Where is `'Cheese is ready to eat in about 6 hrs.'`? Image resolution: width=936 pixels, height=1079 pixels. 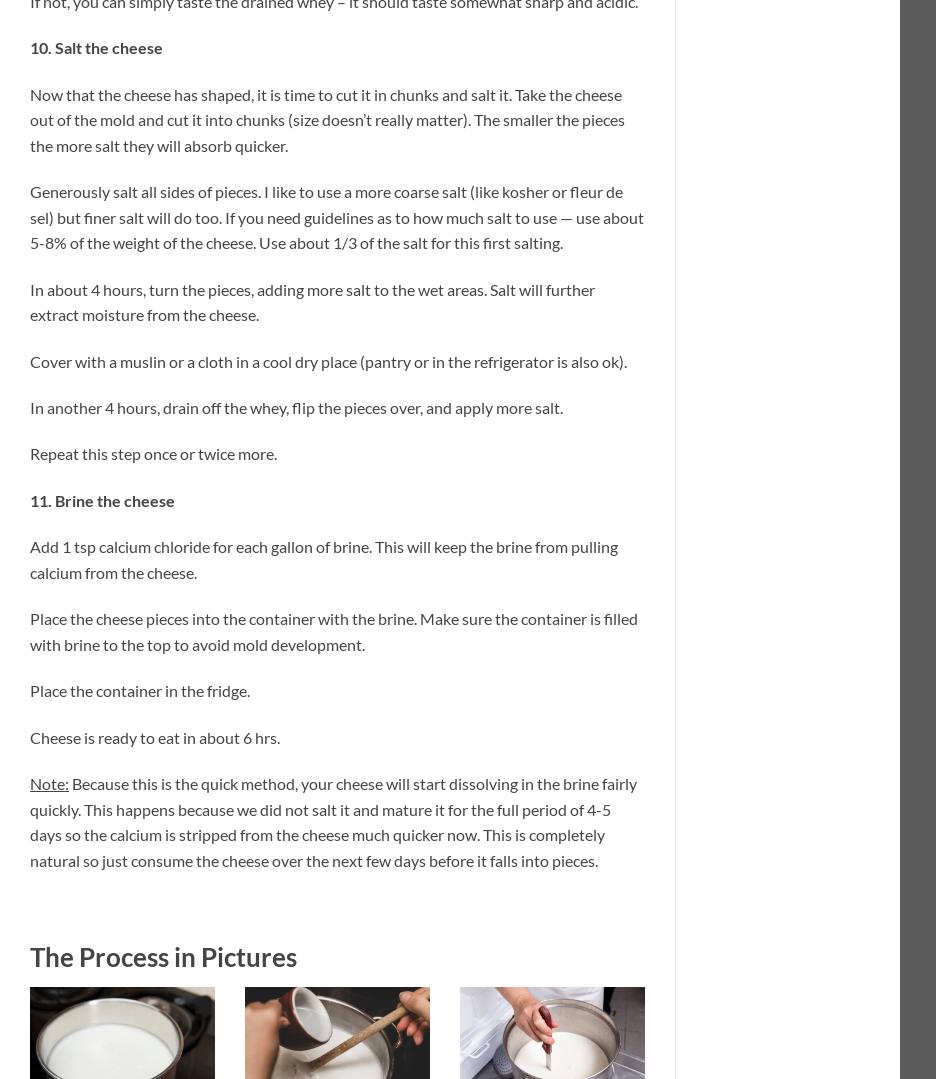 'Cheese is ready to eat in about 6 hrs.' is located at coordinates (155, 735).